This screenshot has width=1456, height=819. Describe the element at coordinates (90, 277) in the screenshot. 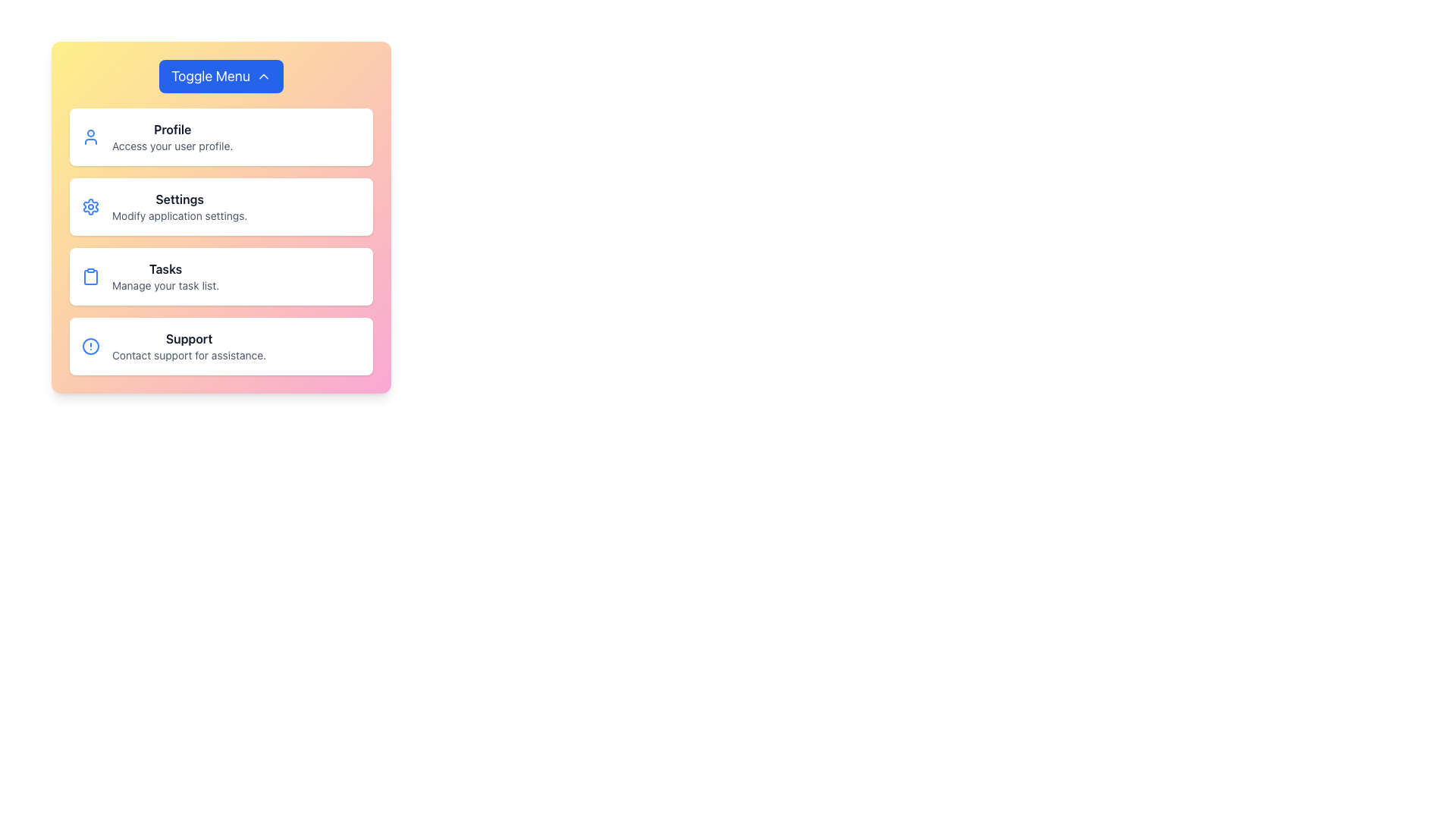

I see `the blue outlined clipboard SVG icon located to the left of the 'Tasks' text in the third menu item of the vertical menu` at that location.